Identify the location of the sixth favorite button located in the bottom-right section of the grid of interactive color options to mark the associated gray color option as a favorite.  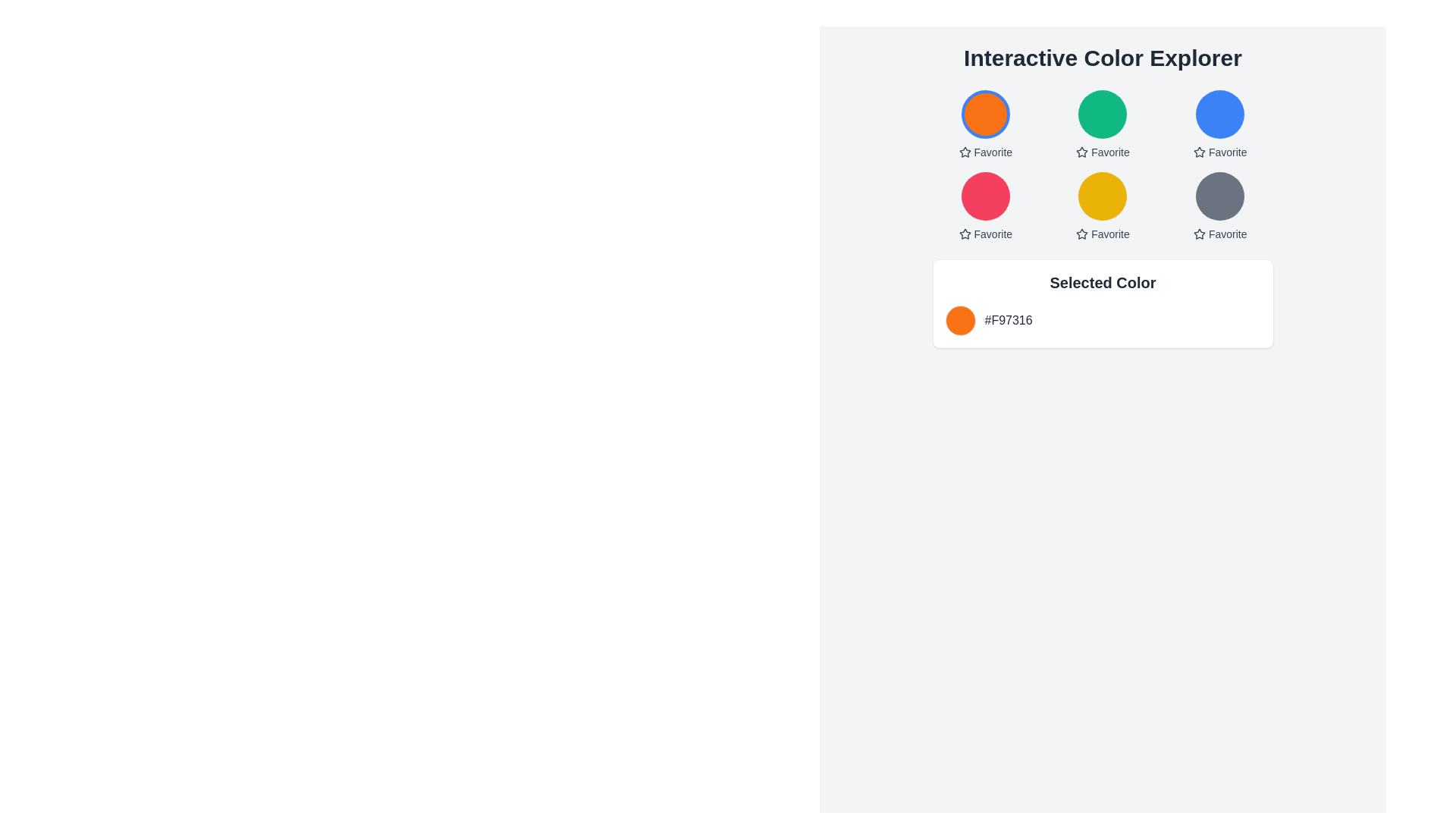
(1220, 234).